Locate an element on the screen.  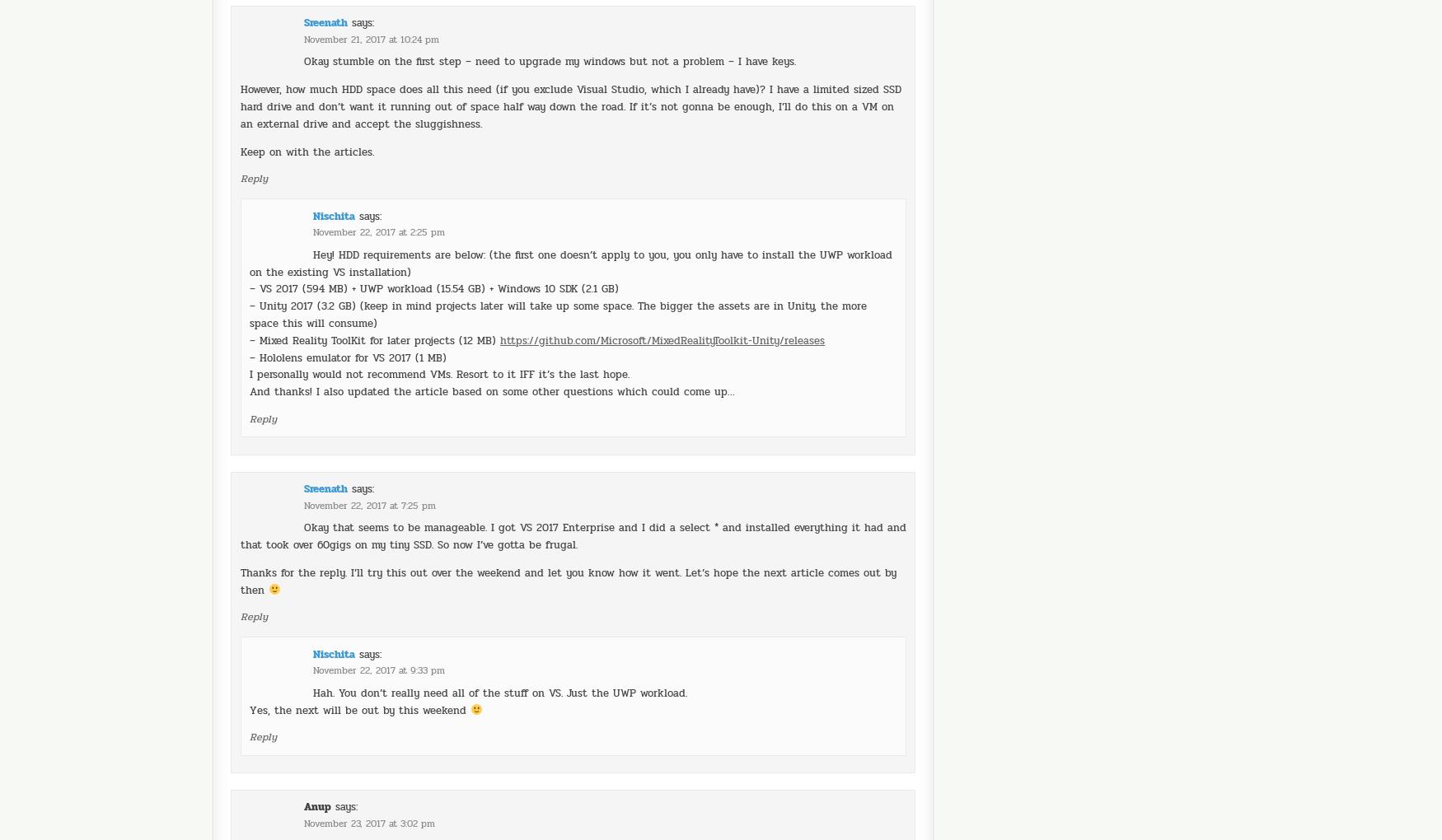
'Okay stumble on the first step – need to upgrade my windows but not a problem – I have keys.' is located at coordinates (548, 15).